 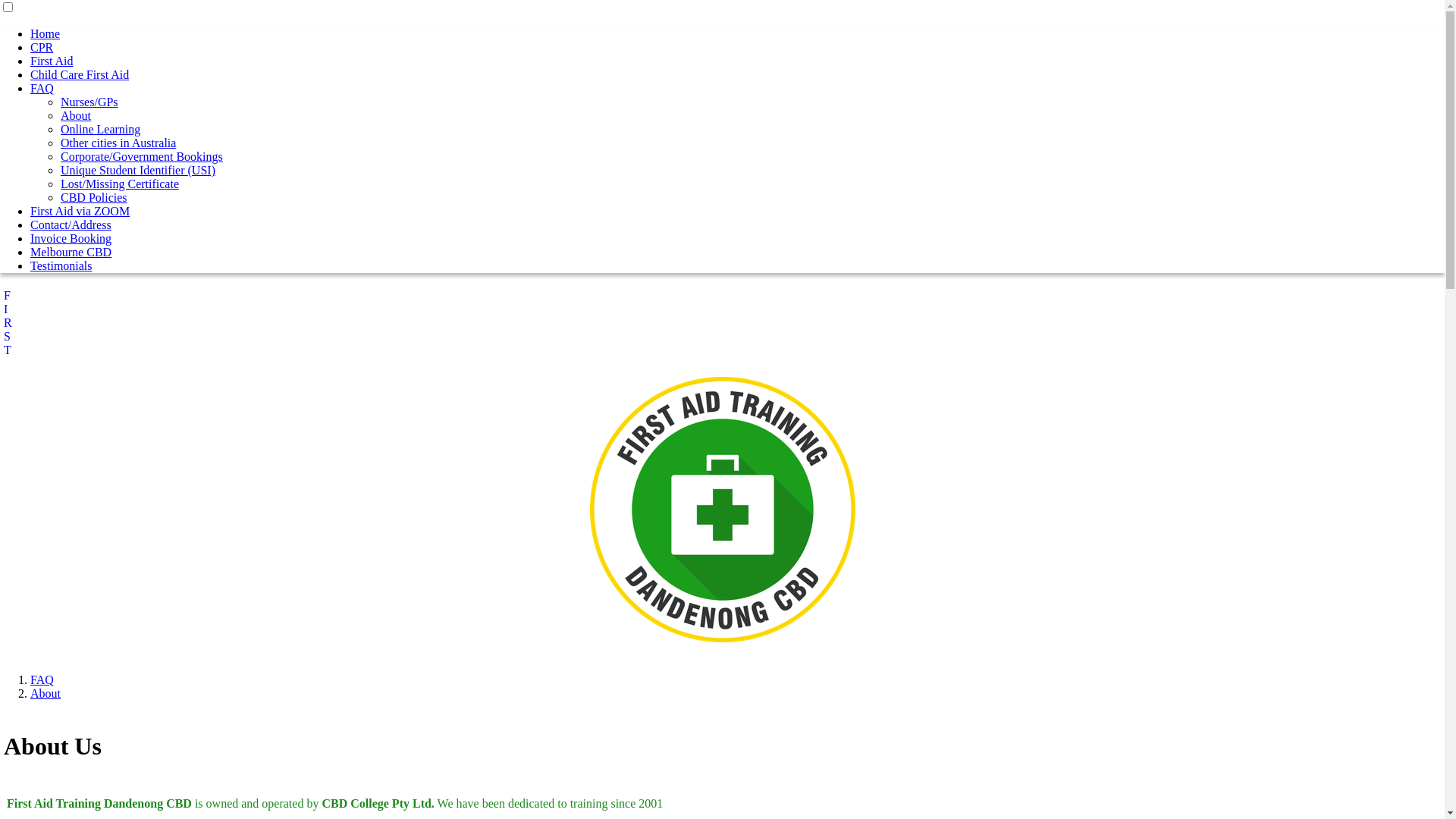 What do you see at coordinates (61, 196) in the screenshot?
I see `'CBD Policies'` at bounding box center [61, 196].